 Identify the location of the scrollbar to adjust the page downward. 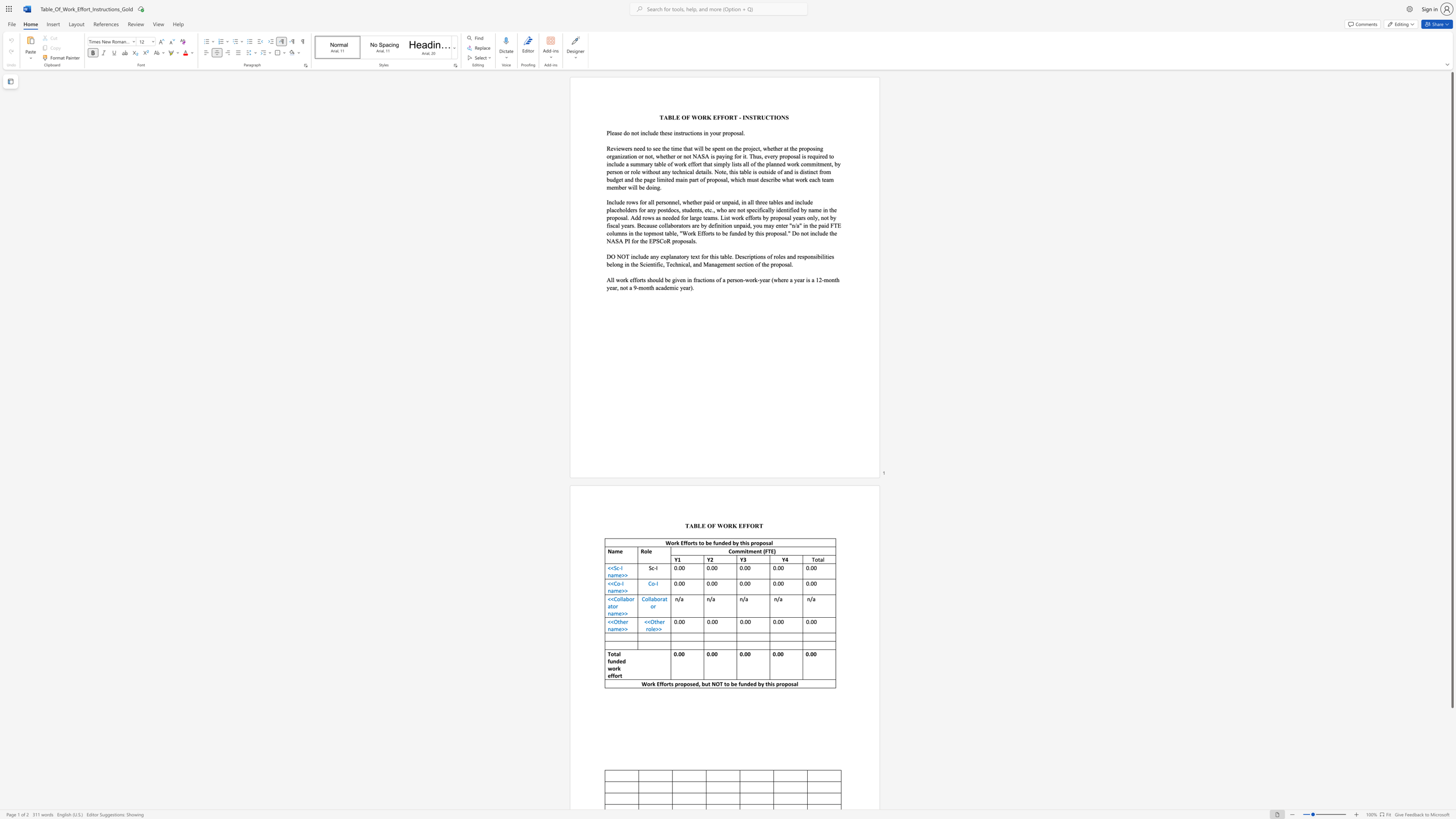
(1451, 792).